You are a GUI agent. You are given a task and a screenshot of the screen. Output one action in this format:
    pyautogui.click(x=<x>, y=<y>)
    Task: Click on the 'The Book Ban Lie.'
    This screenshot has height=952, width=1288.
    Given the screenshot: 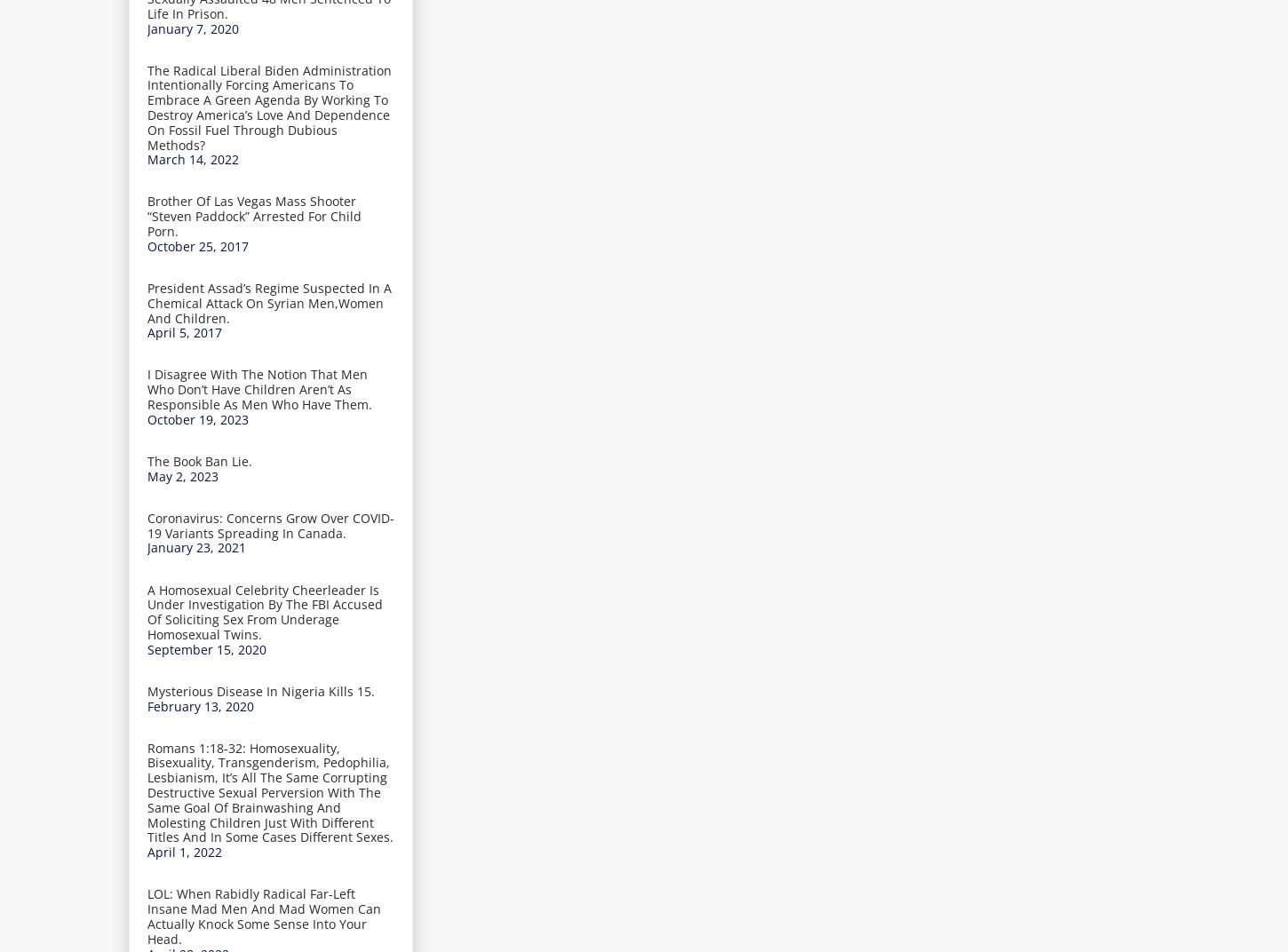 What is the action you would take?
    pyautogui.click(x=199, y=460)
    